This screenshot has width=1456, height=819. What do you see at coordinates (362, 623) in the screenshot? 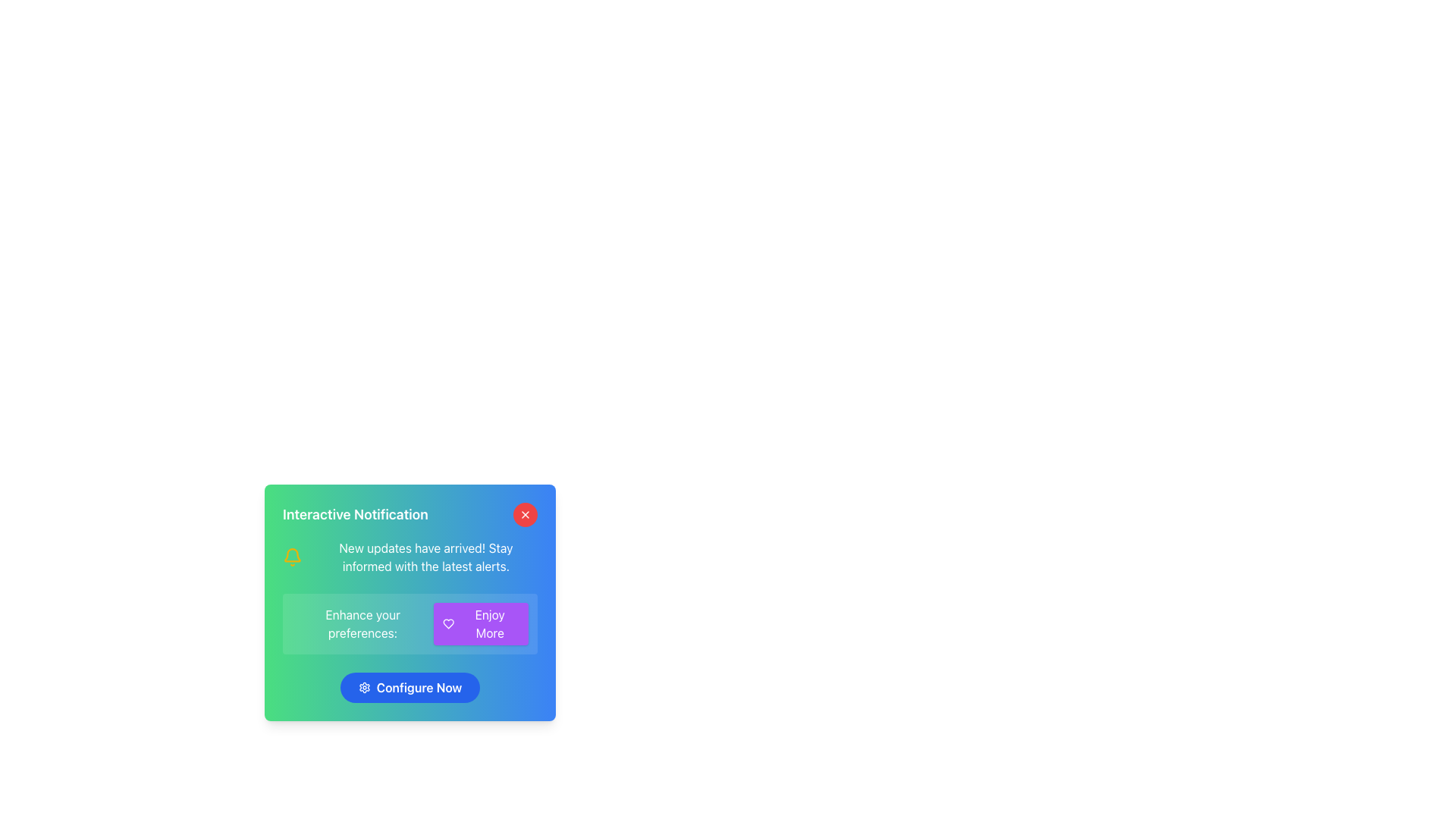
I see `text label displaying 'Enhance your preferences:' which is styled in white font against a gradient background, located in the preferences section of the interface` at bounding box center [362, 623].